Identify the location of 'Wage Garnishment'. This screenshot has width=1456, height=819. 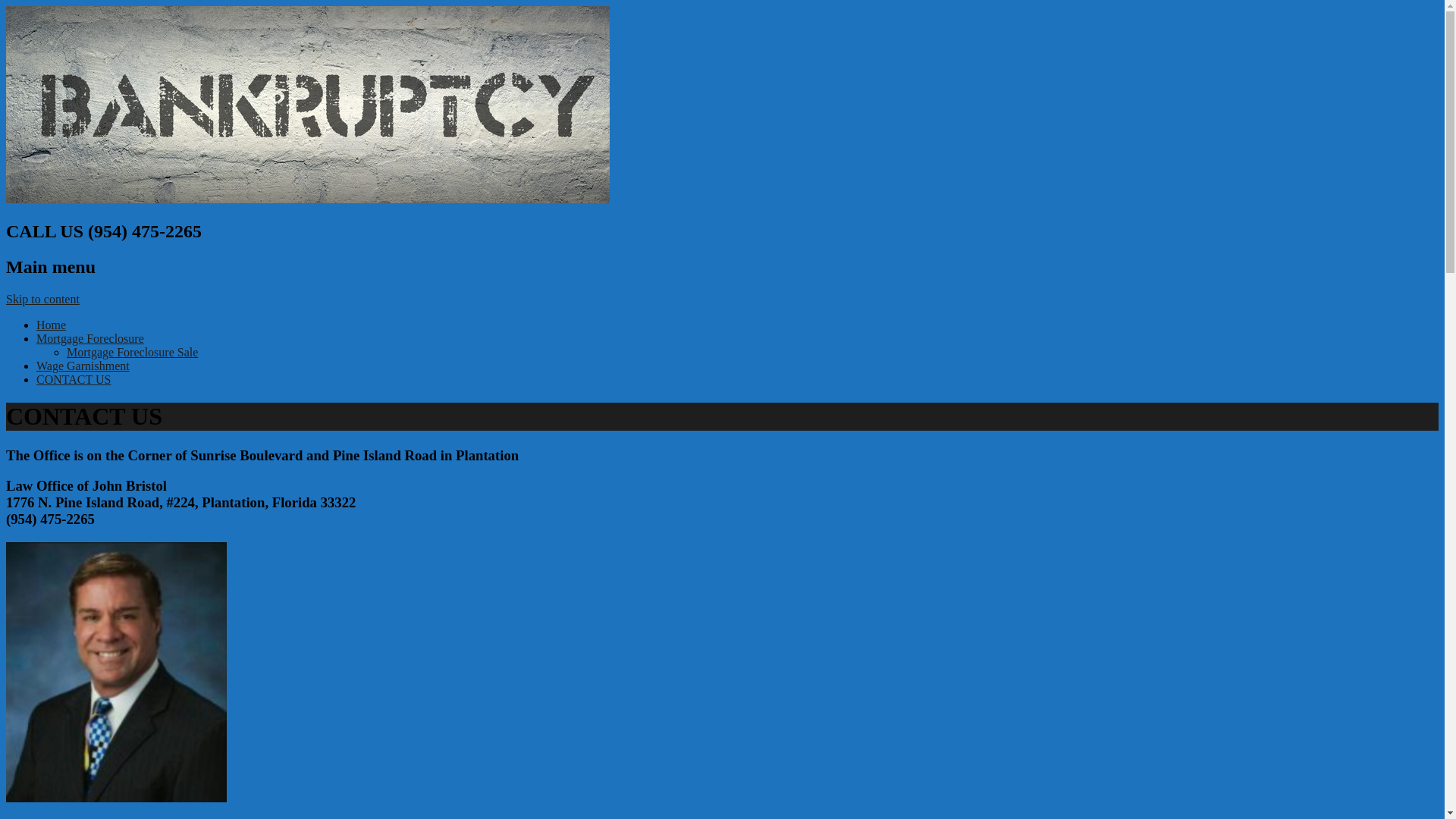
(82, 366).